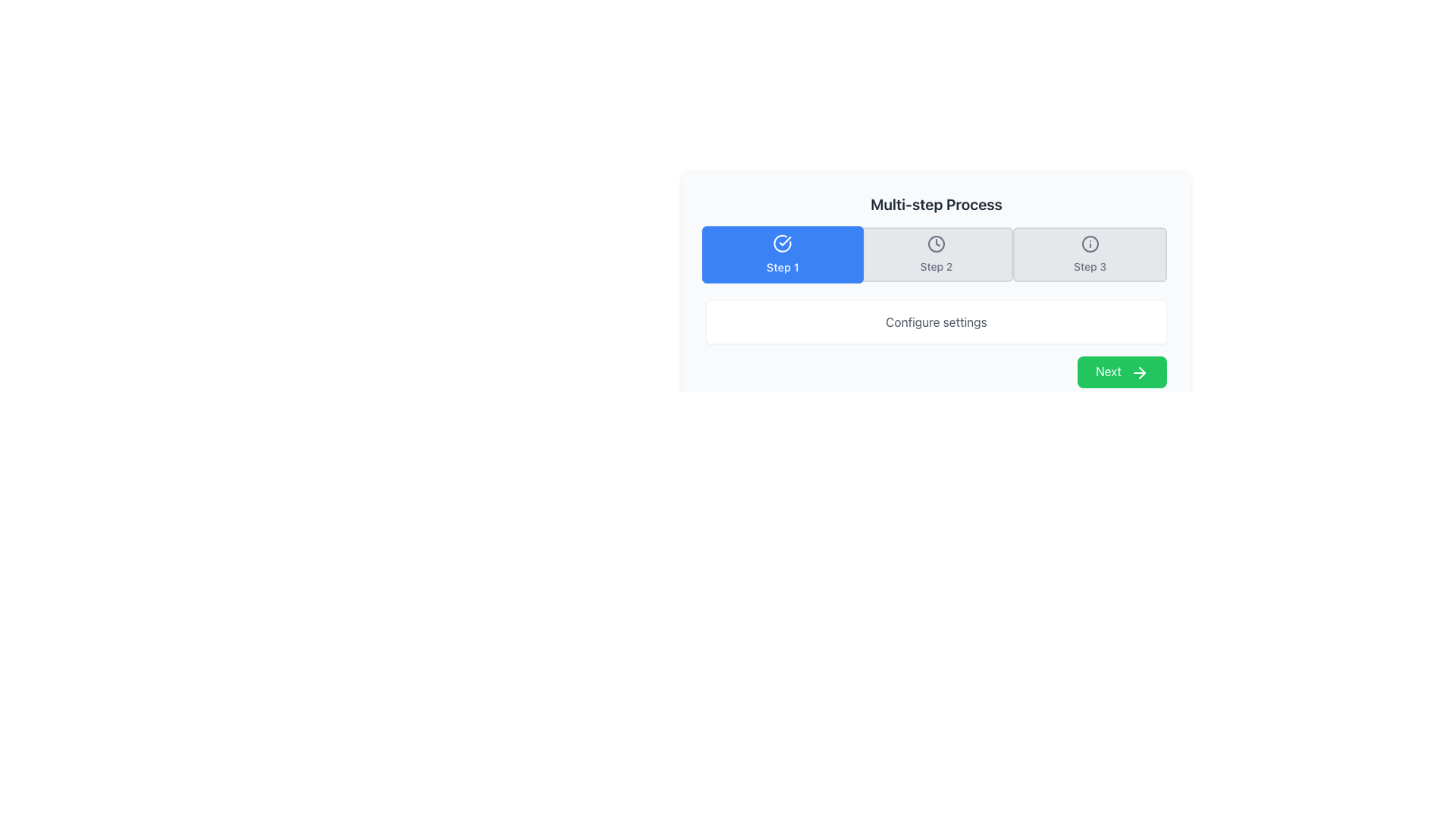 Image resolution: width=1456 pixels, height=819 pixels. What do you see at coordinates (1089, 253) in the screenshot?
I see `the Step 3 button, which is the third item in a horizontal list of buttons` at bounding box center [1089, 253].